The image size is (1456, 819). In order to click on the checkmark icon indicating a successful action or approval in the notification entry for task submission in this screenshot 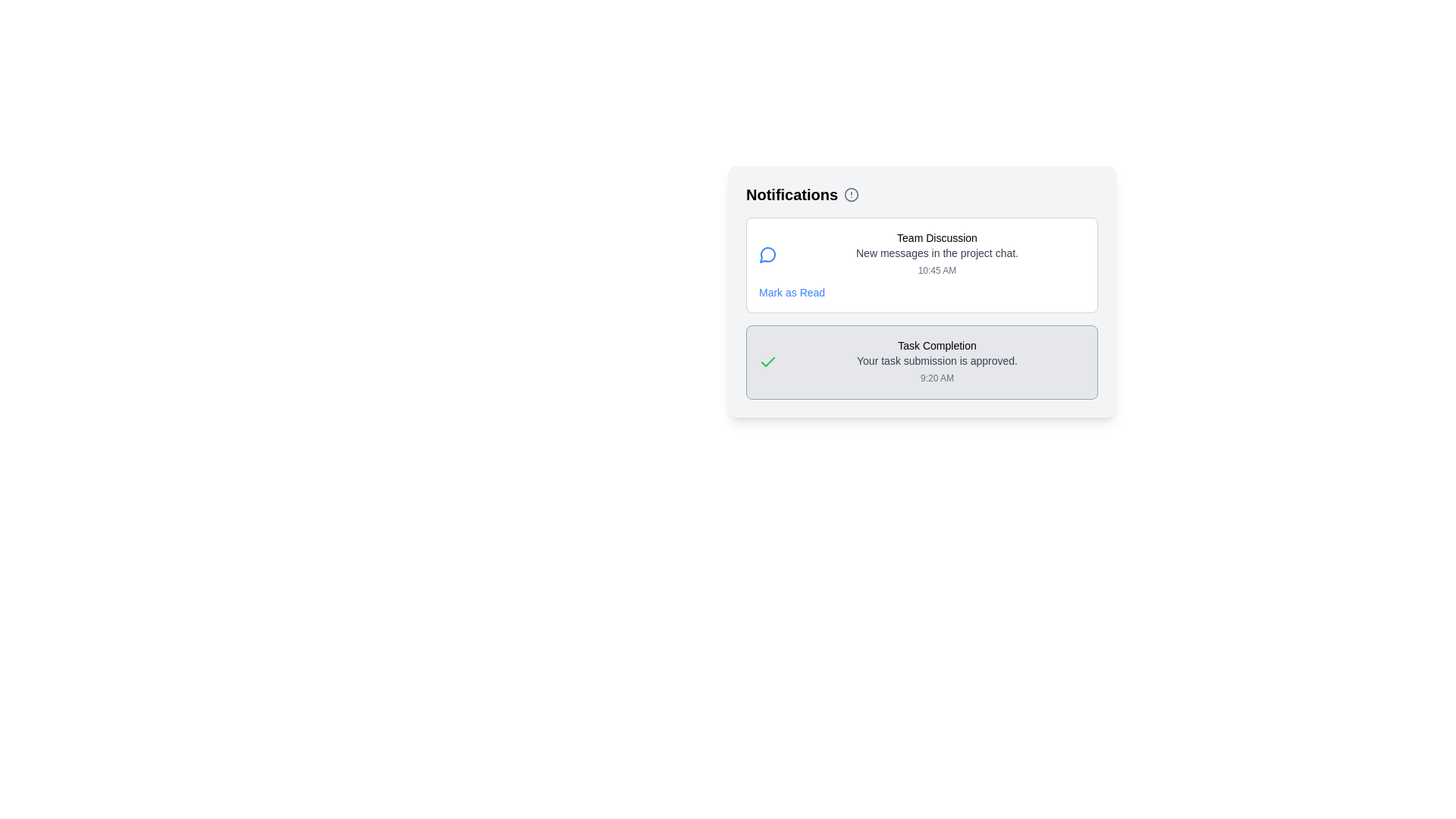, I will do `click(767, 362)`.